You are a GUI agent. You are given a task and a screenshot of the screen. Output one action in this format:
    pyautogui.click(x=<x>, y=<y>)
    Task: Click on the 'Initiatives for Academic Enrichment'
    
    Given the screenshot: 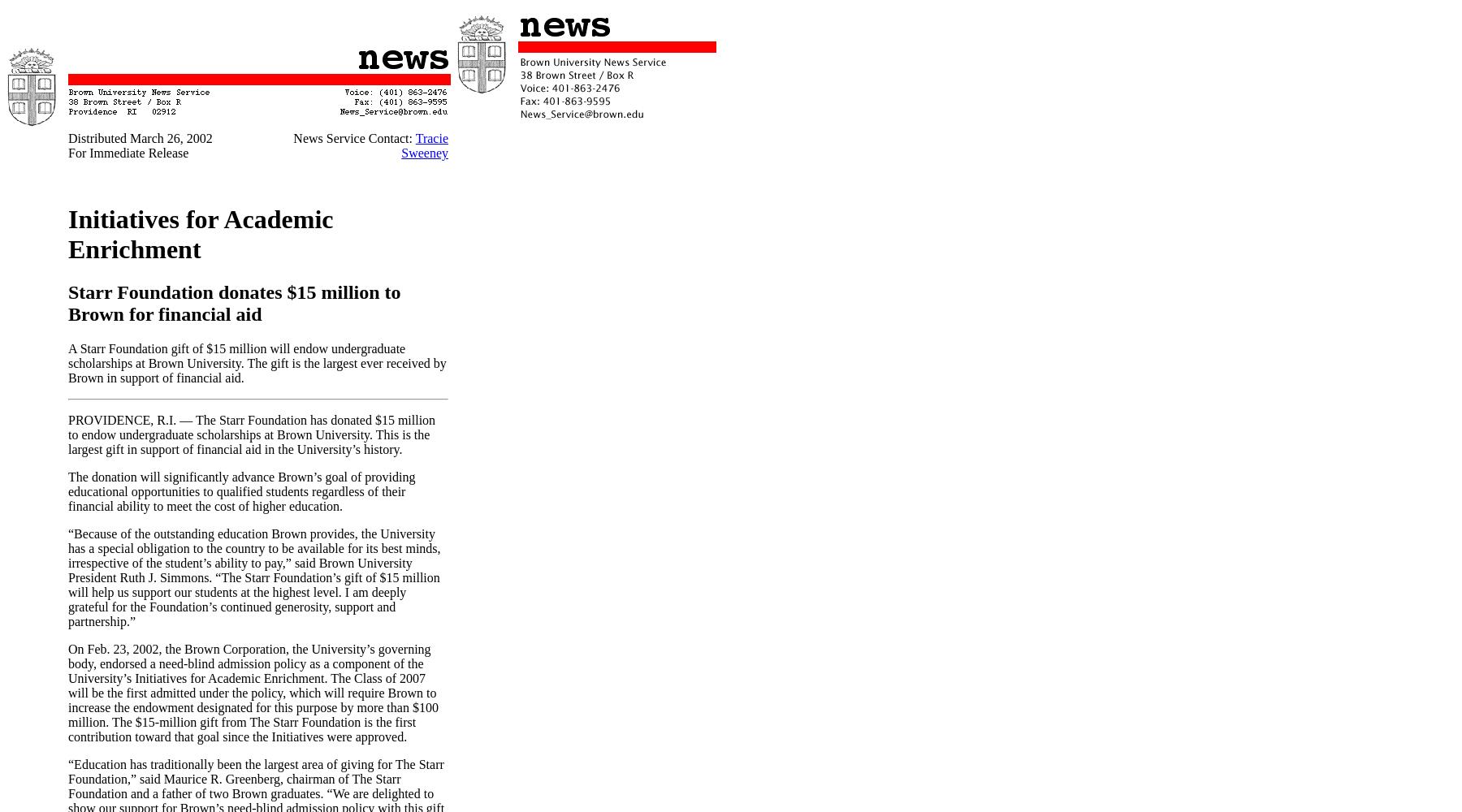 What is the action you would take?
    pyautogui.click(x=199, y=234)
    